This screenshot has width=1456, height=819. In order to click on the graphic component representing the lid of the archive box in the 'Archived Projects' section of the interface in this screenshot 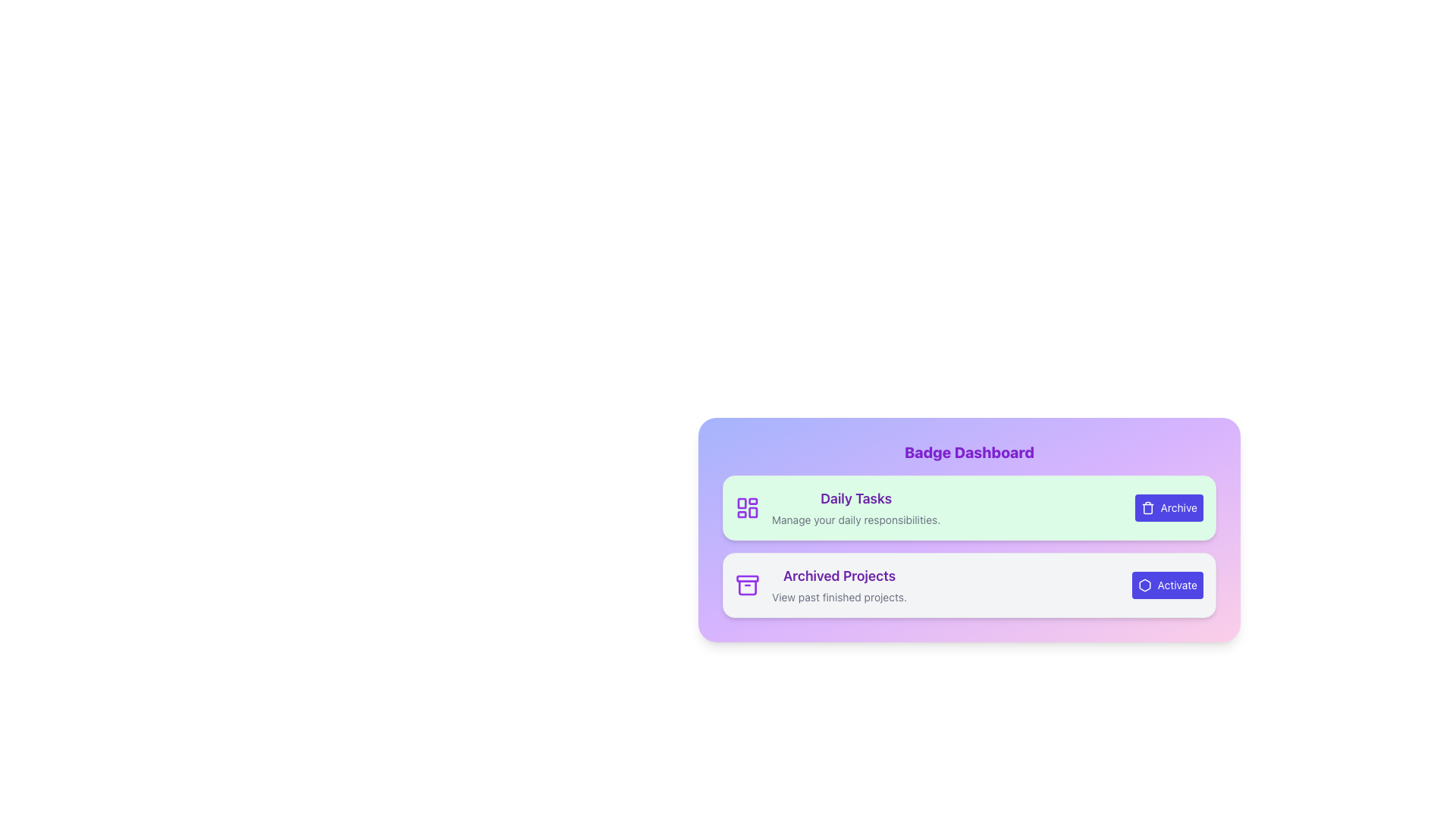, I will do `click(747, 579)`.